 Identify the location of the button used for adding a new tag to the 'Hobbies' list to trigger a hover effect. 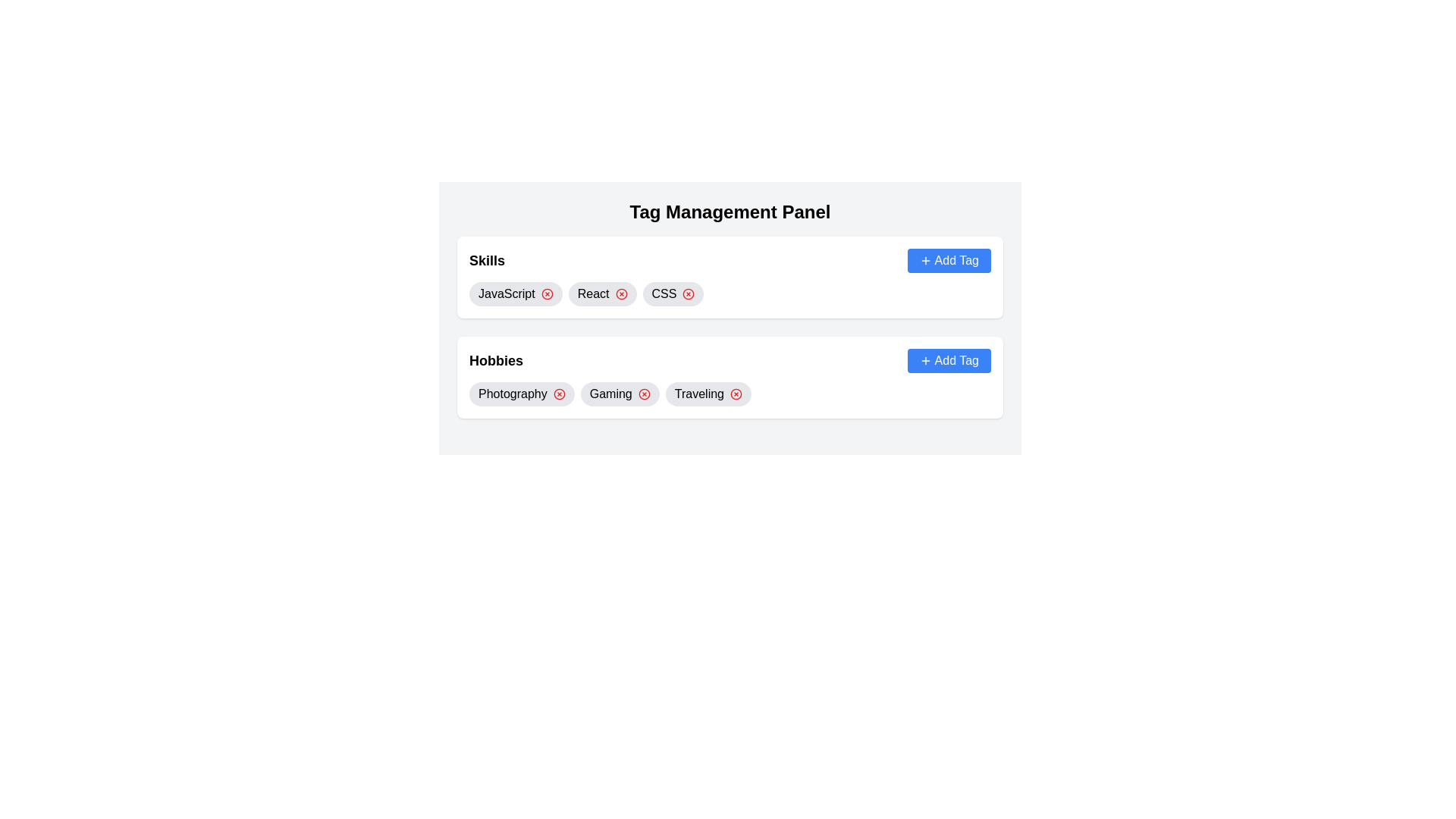
(948, 360).